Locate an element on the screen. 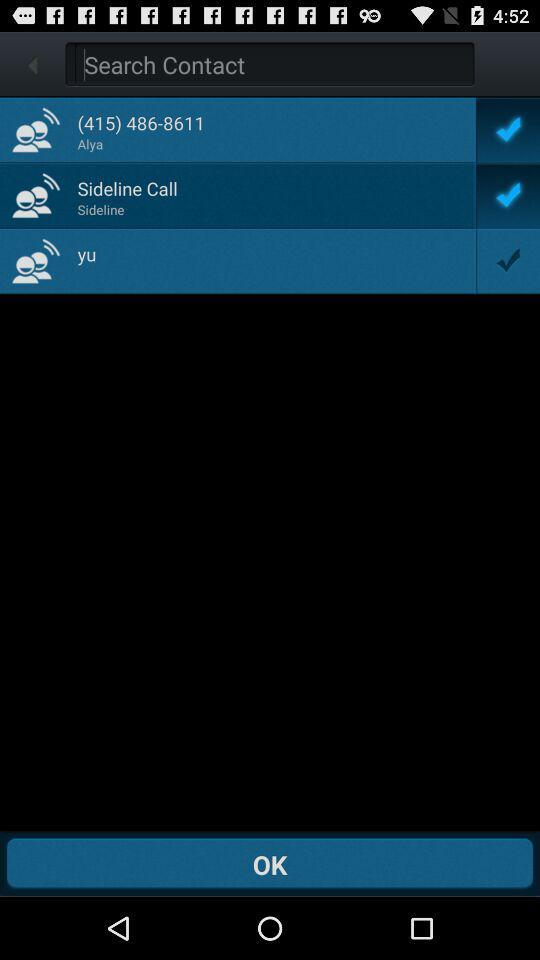  come back is located at coordinates (273, 64).